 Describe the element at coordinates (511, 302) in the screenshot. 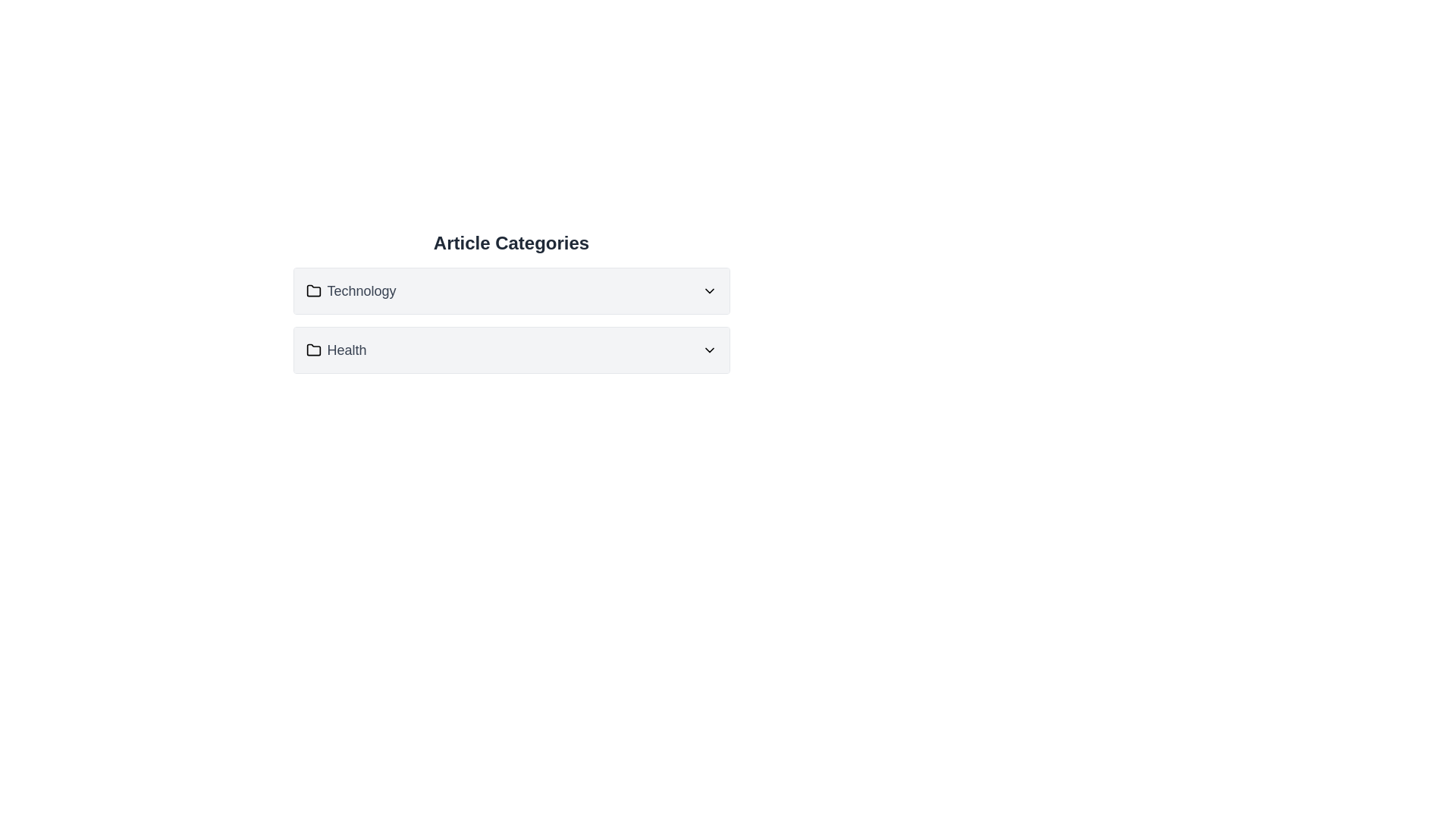

I see `the 'Technology' category in the 'Article Categories' section` at that location.